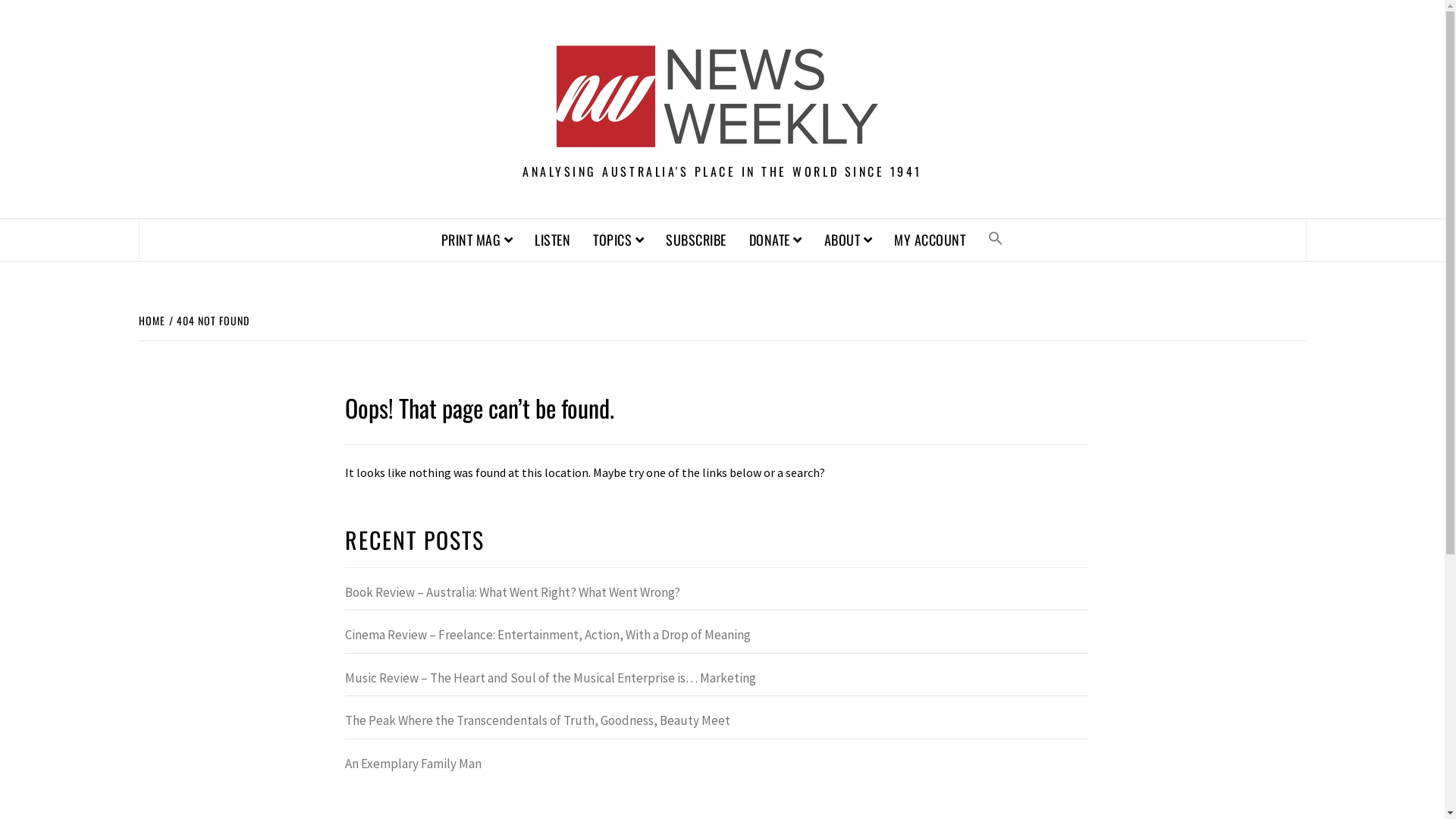 The image size is (1456, 819). I want to click on '404 NOT FOUND', so click(209, 319).